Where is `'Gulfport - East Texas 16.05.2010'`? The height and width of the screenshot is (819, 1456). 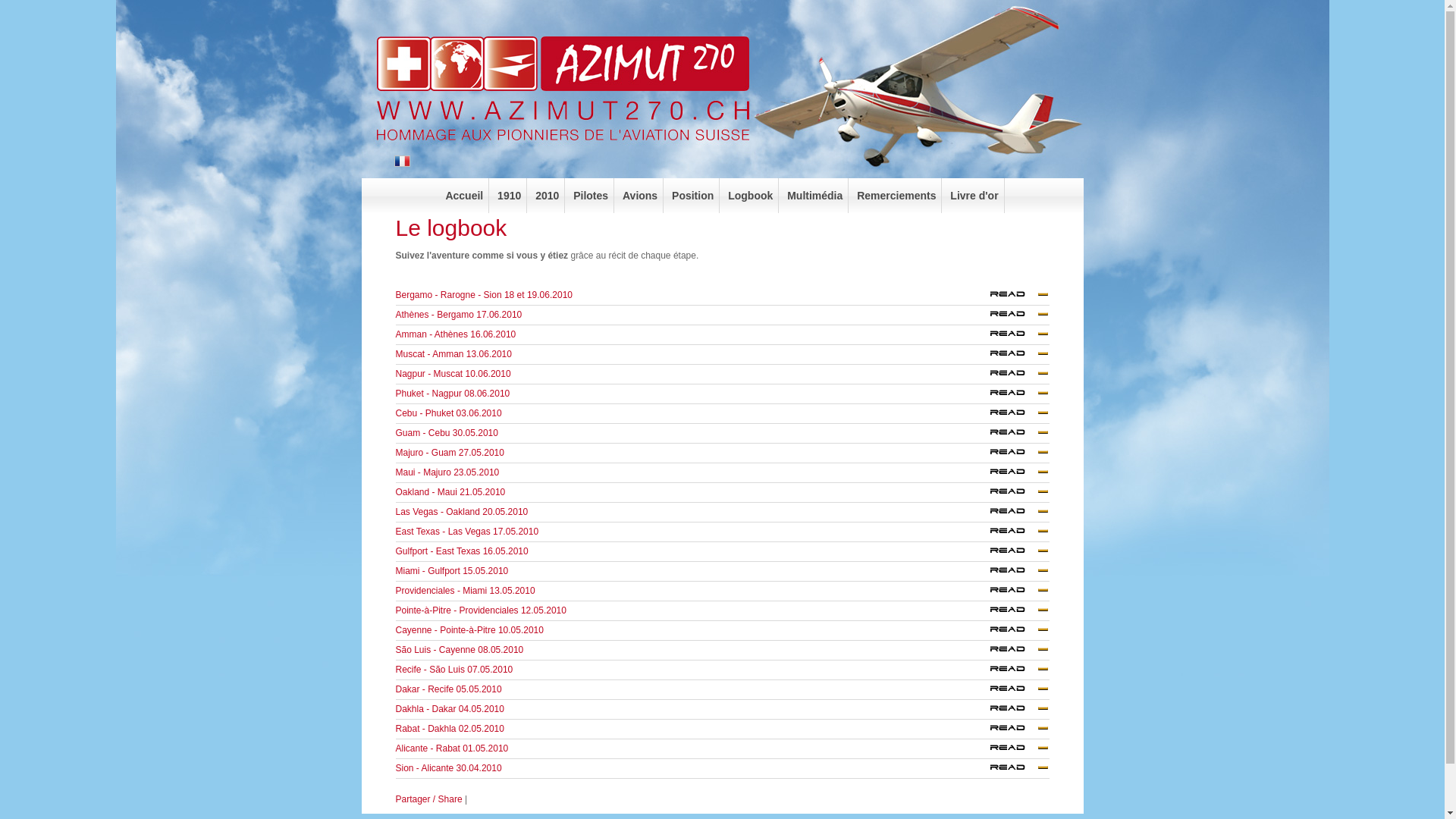 'Gulfport - East Texas 16.05.2010' is located at coordinates (461, 551).